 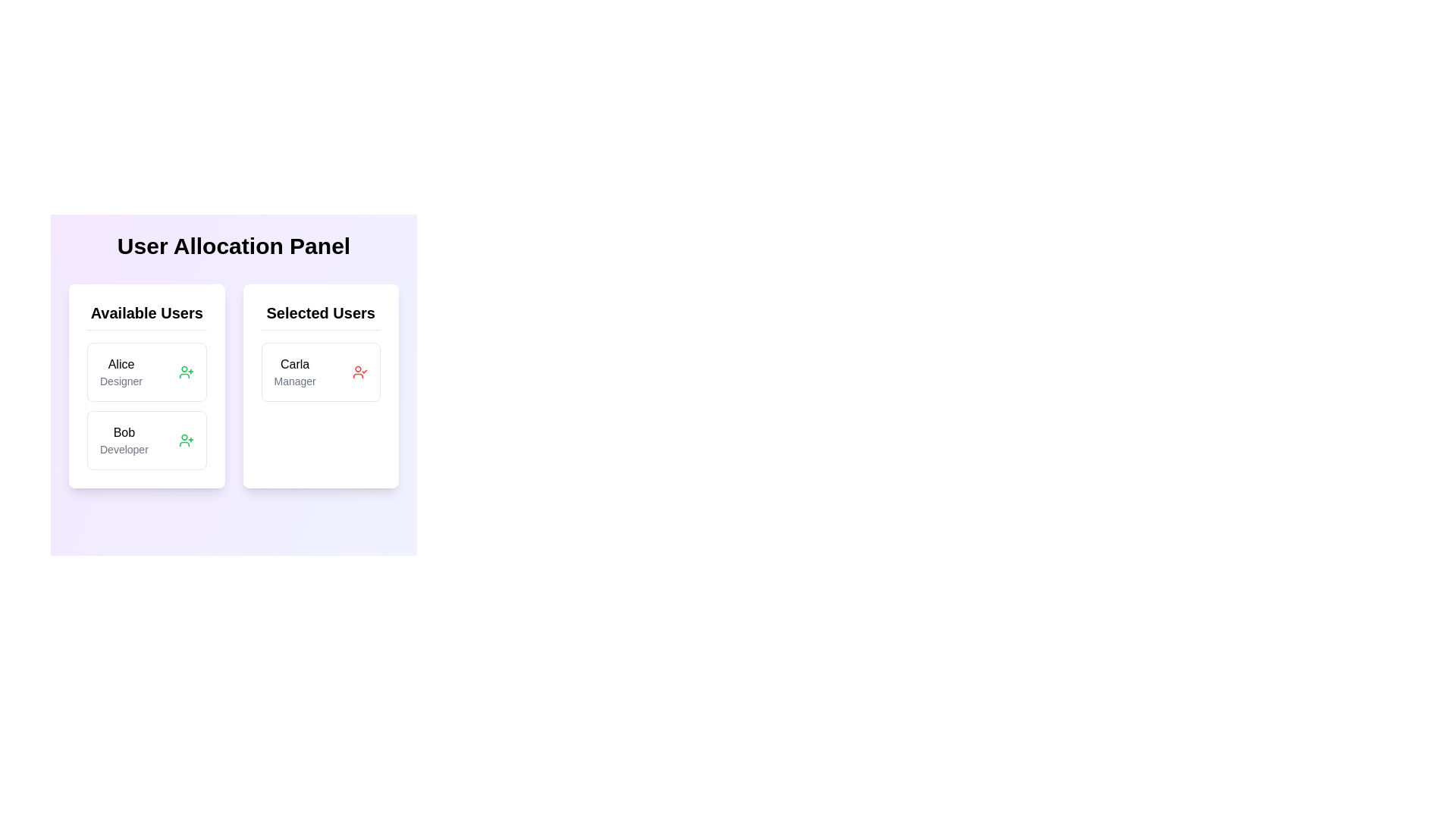 I want to click on the text label displaying the name 'Bob' located in the second user card under the 'Available Users' column, so click(x=124, y=432).